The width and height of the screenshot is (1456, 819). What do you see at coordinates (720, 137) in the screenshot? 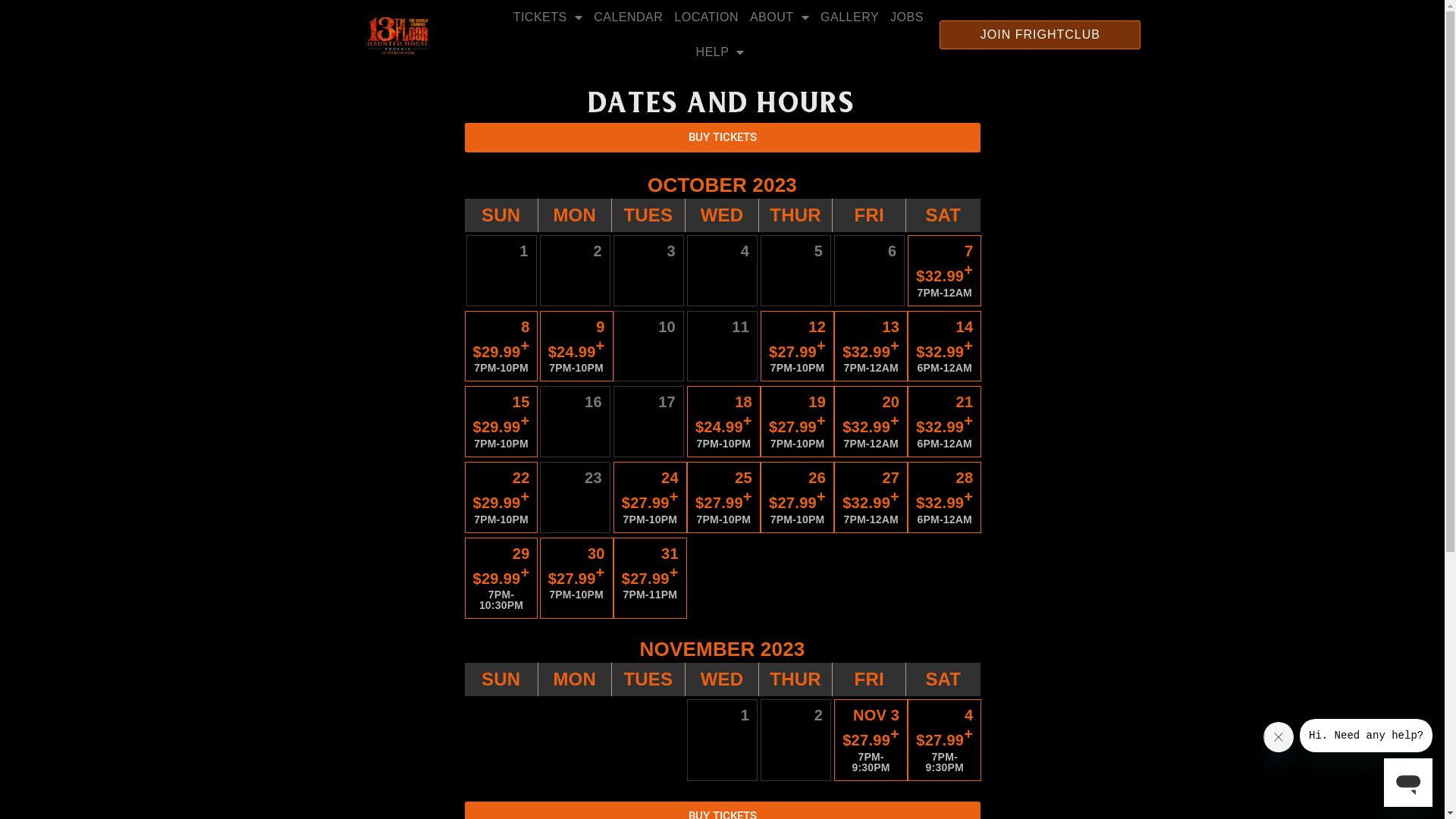
I see `'BUY TICKETS'` at bounding box center [720, 137].